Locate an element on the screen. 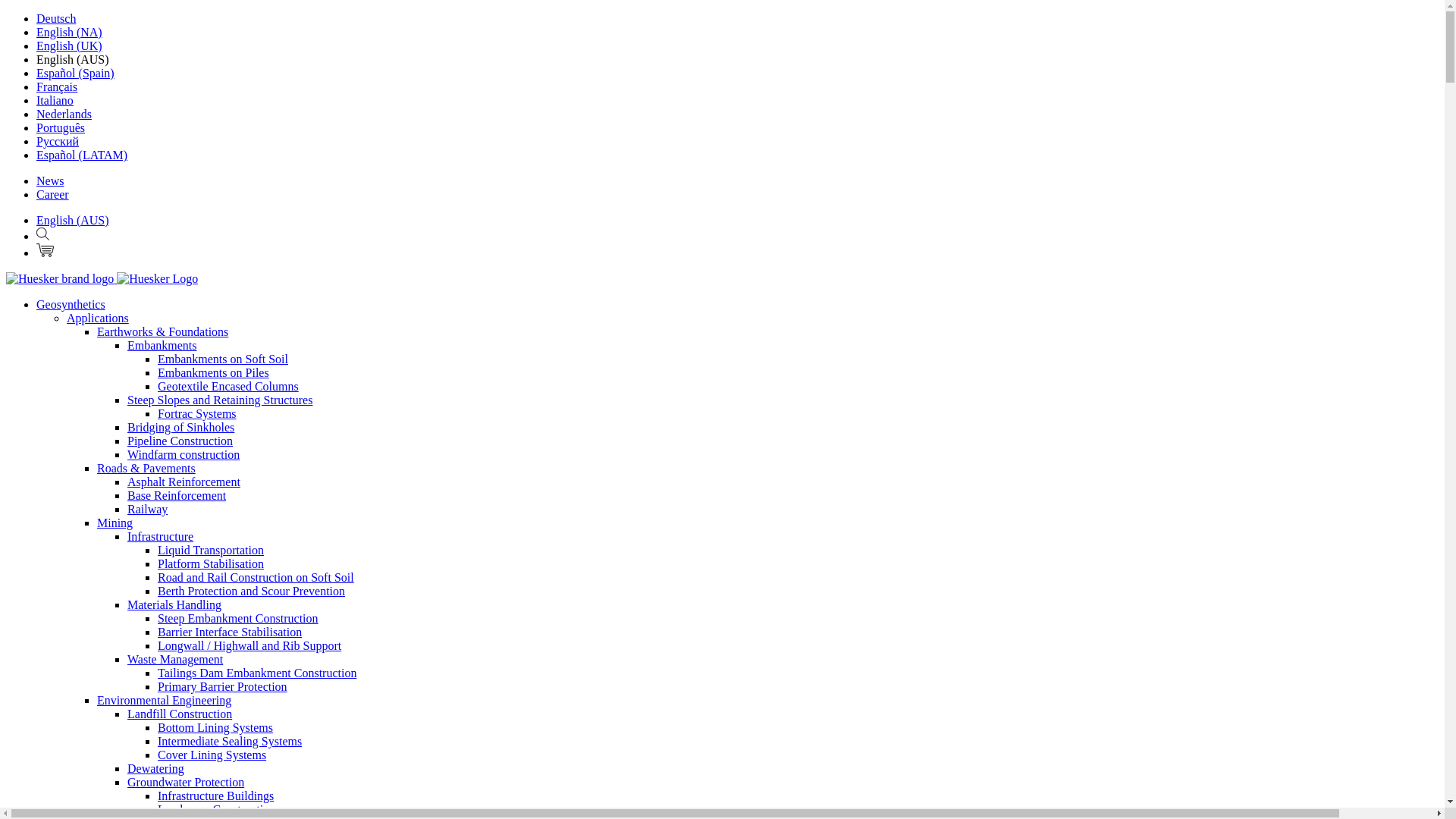  'Windfarm construction' is located at coordinates (182, 453).